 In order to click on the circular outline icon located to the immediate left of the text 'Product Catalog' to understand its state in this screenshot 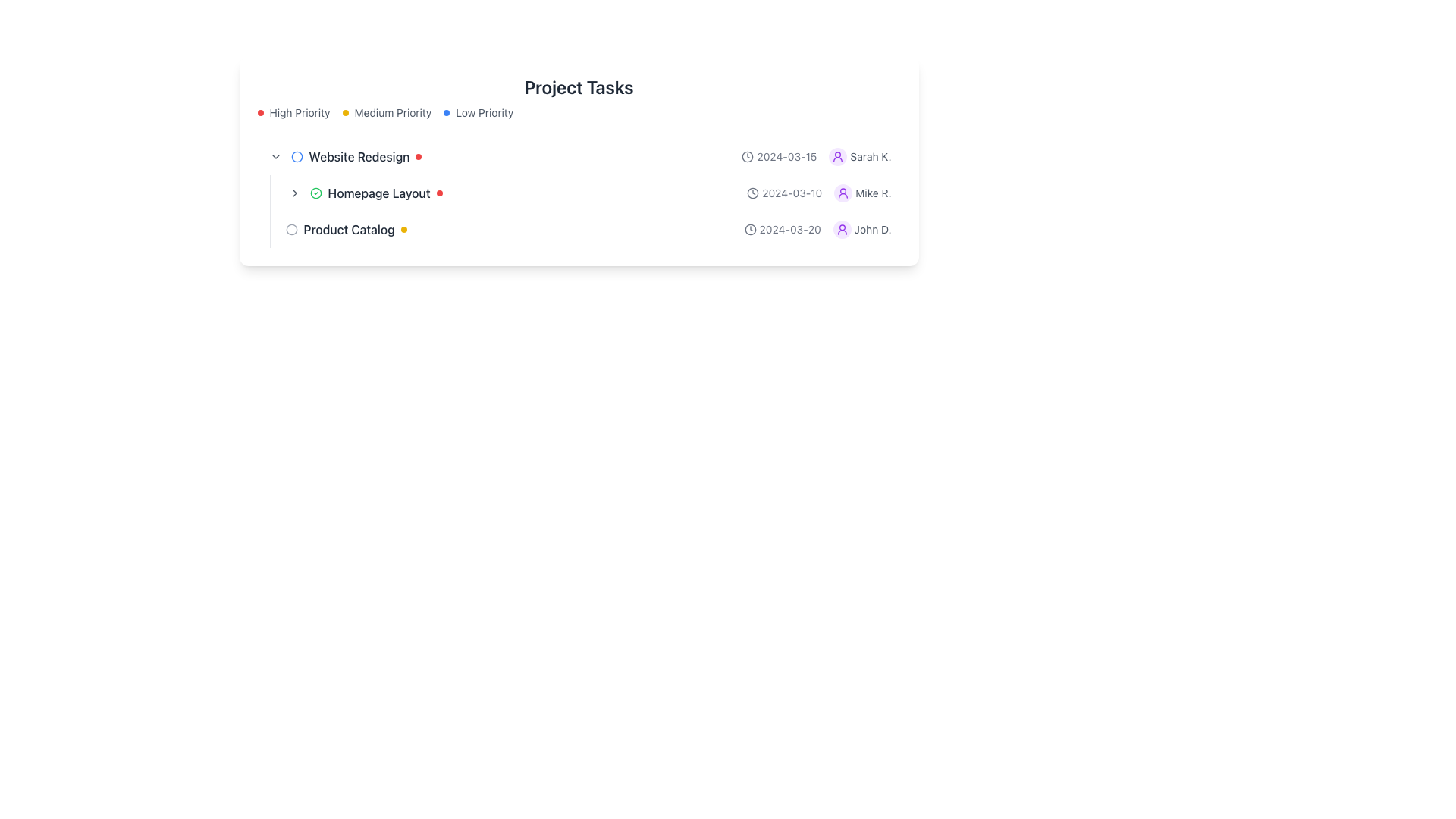, I will do `click(291, 230)`.